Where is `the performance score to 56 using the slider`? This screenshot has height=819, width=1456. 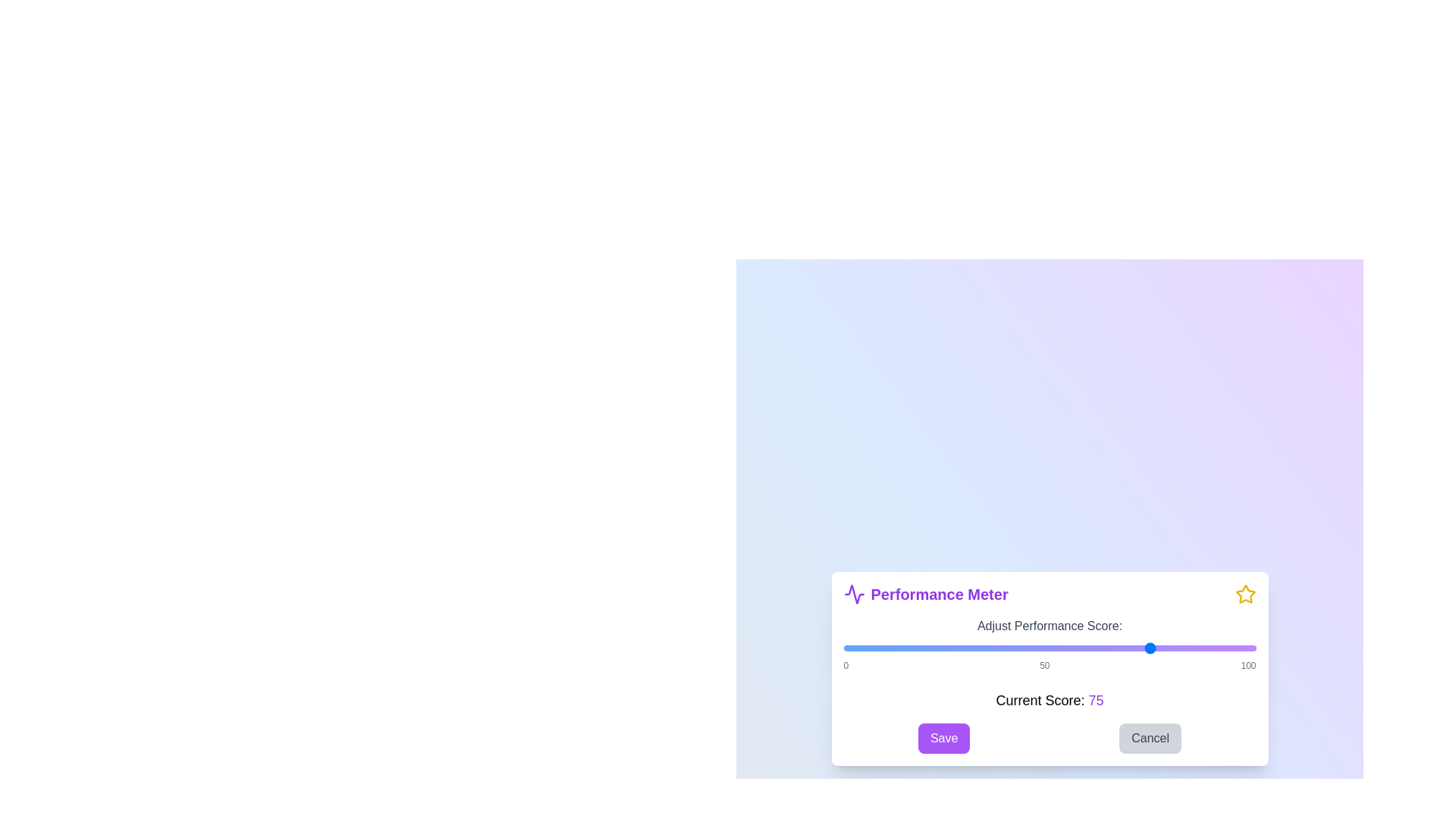
the performance score to 56 using the slider is located at coordinates (1074, 648).